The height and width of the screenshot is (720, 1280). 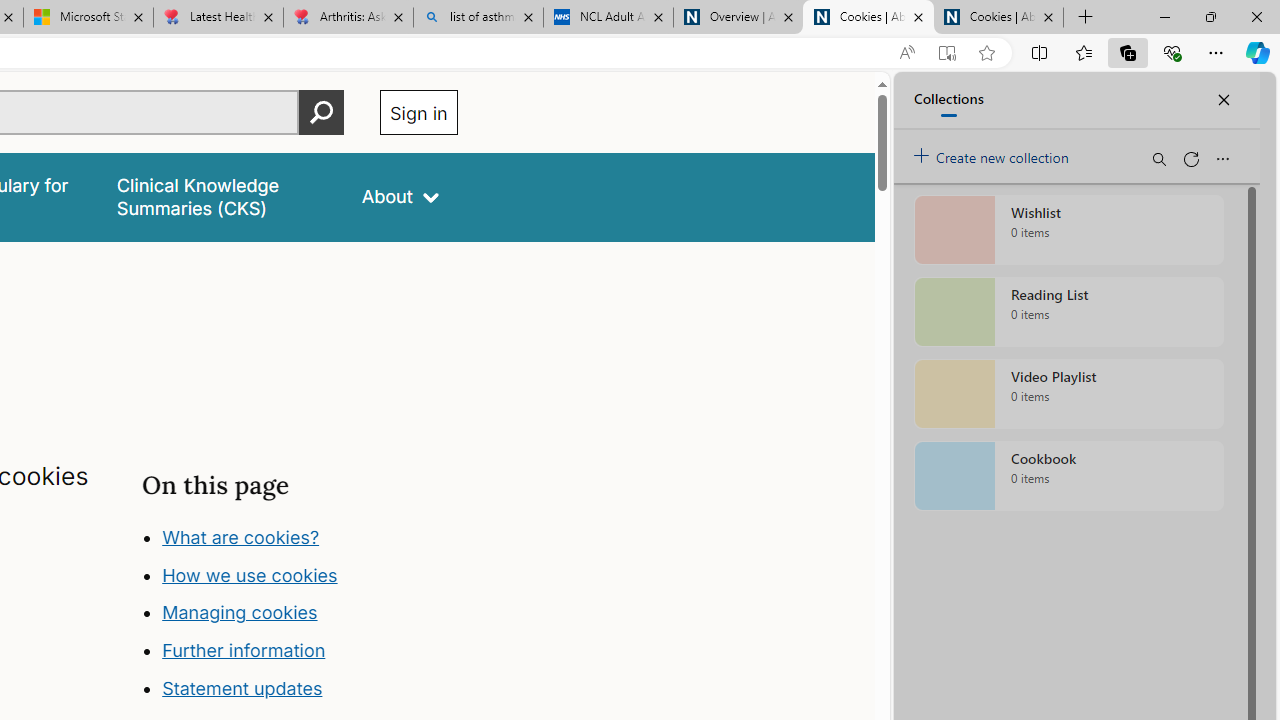 I want to click on 'Cookies | About | NICE', so click(x=999, y=17).